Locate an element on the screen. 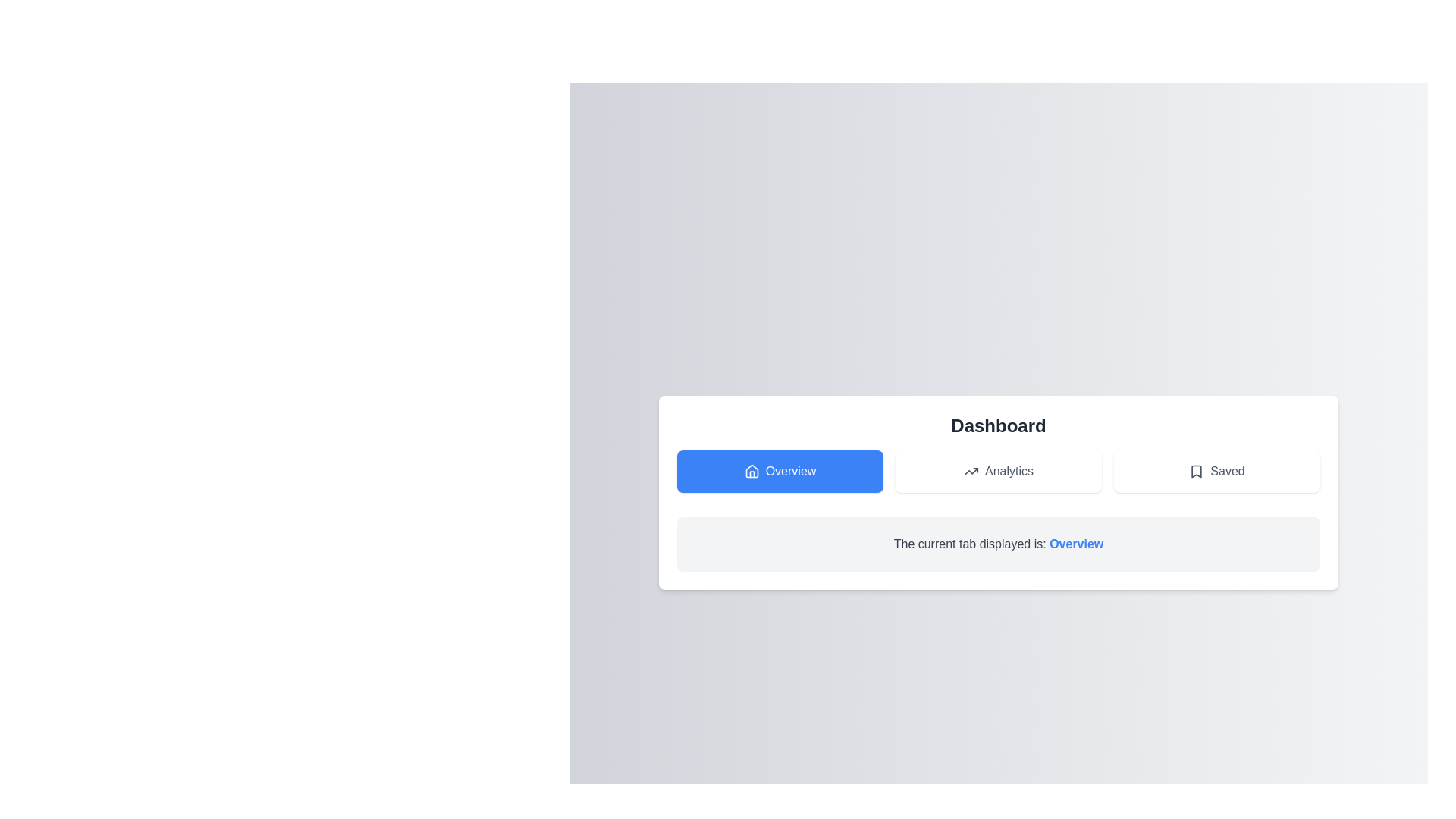 This screenshot has height=819, width=1456. the house-shaped icon within the 'Overview' button located on the leftmost side of the button row near the top of the white card is located at coordinates (752, 470).